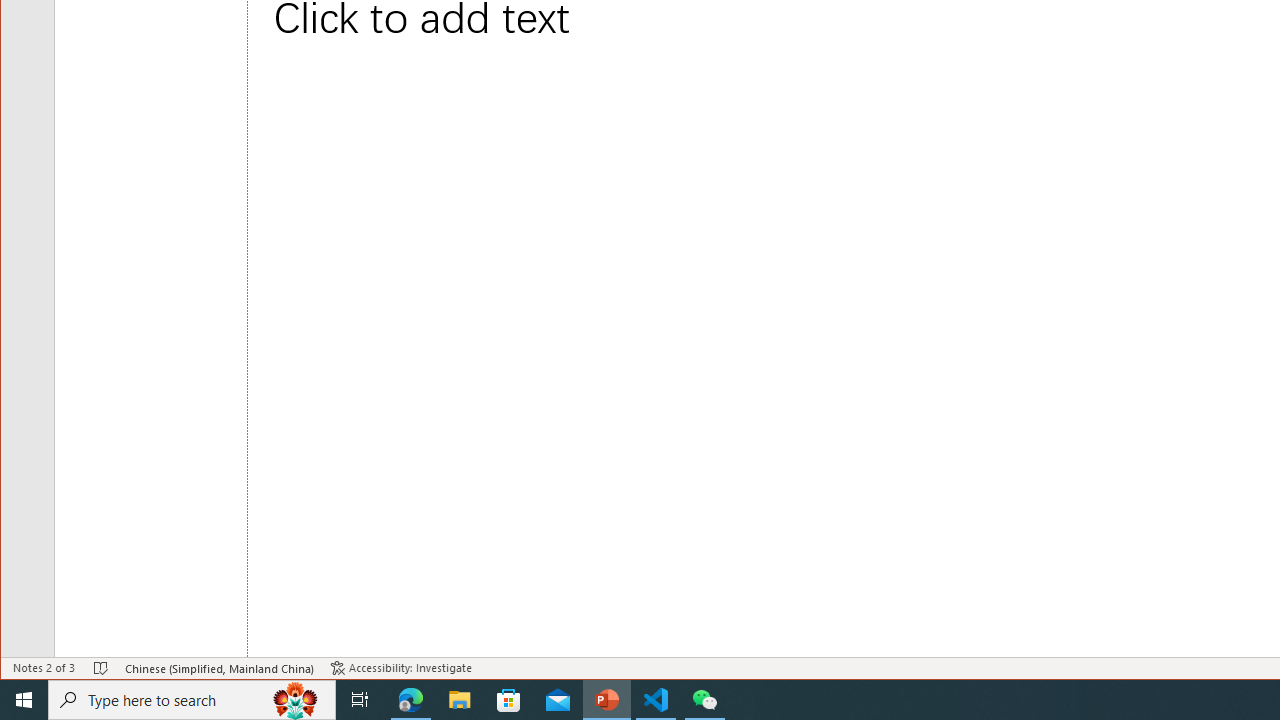  What do you see at coordinates (606, 698) in the screenshot?
I see `'PowerPoint - 1 running window'` at bounding box center [606, 698].